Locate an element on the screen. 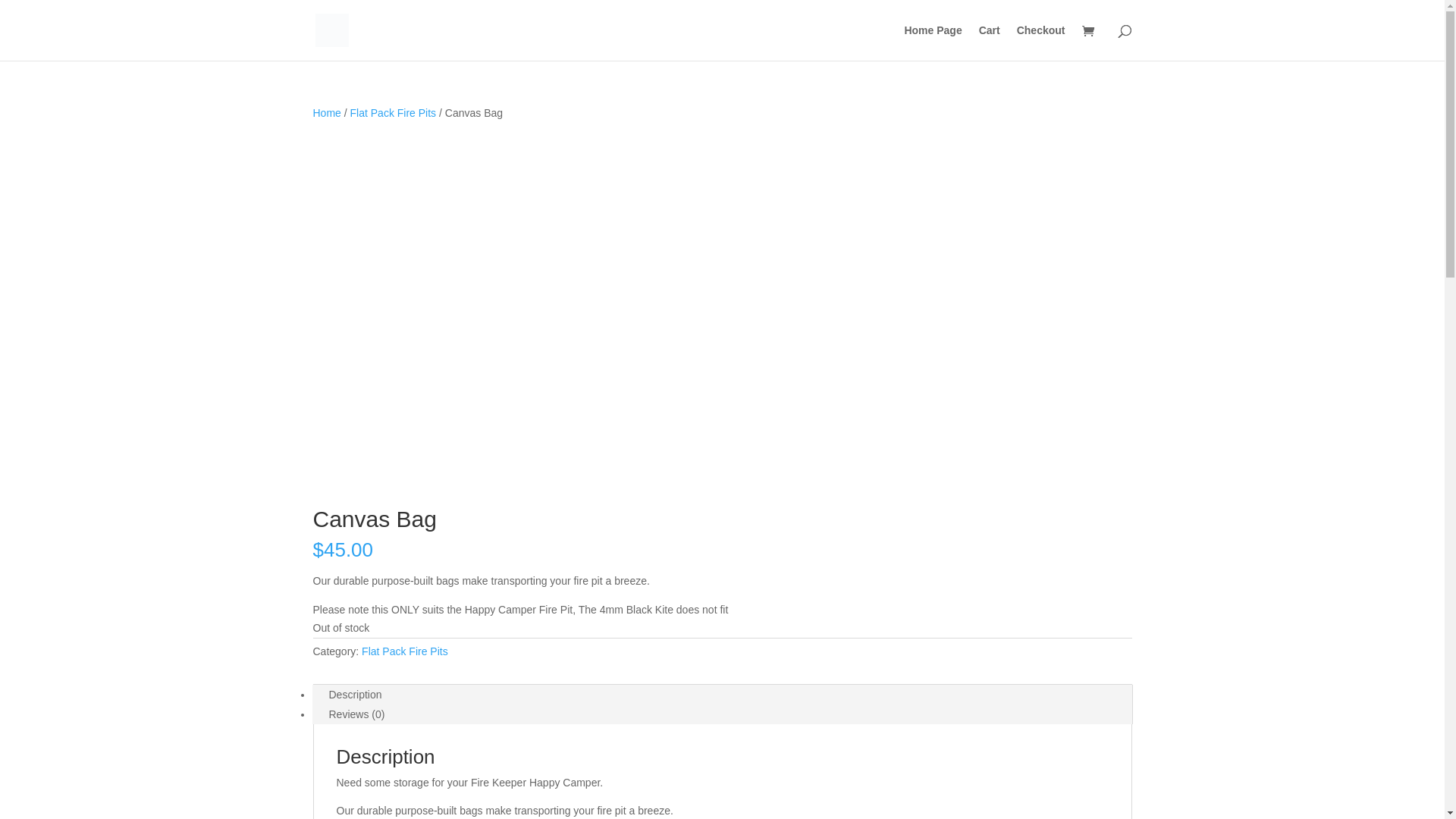 This screenshot has height=819, width=1456. 'Description' is located at coordinates (355, 694).